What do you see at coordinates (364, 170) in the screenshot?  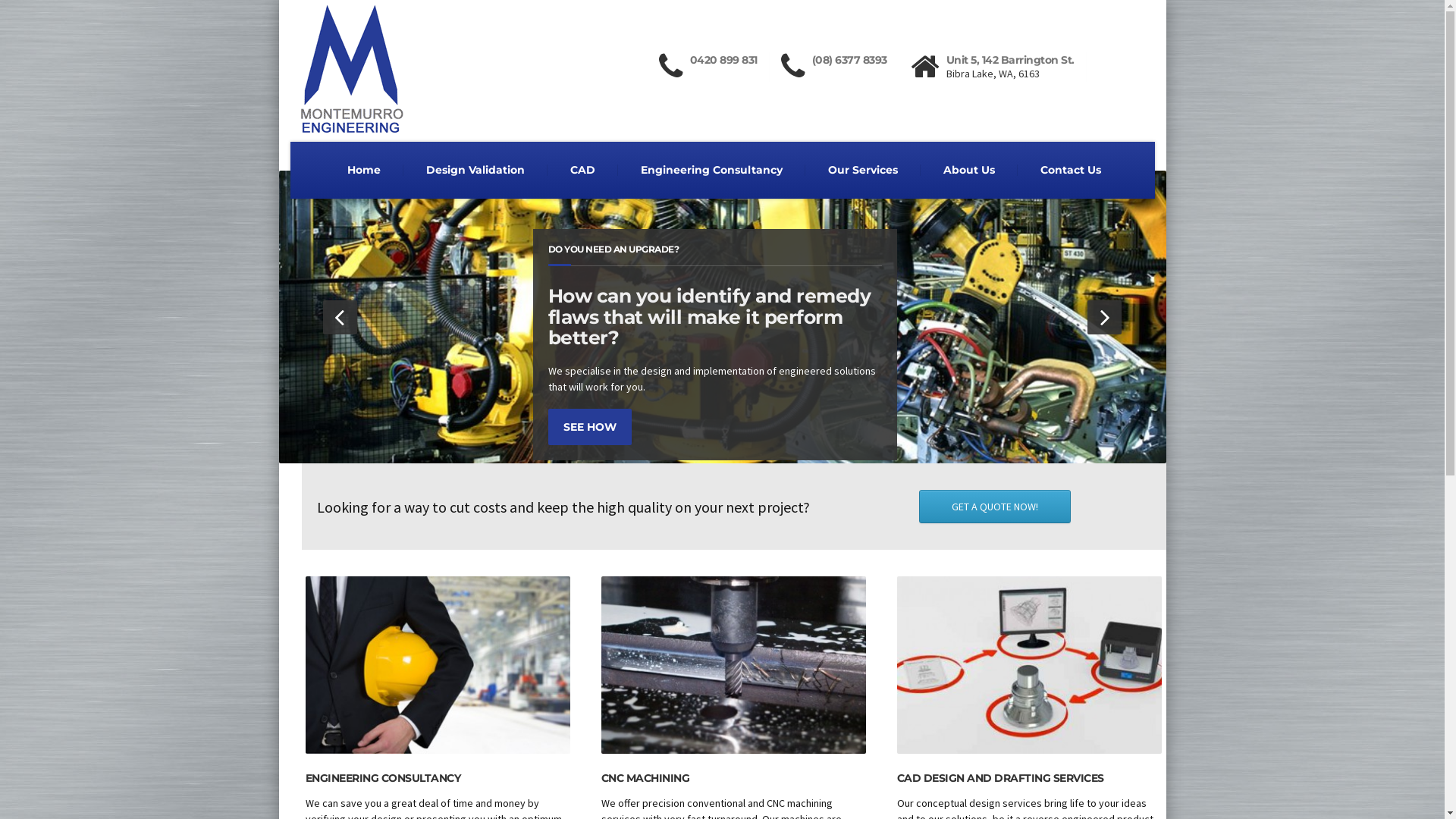 I see `'Home'` at bounding box center [364, 170].